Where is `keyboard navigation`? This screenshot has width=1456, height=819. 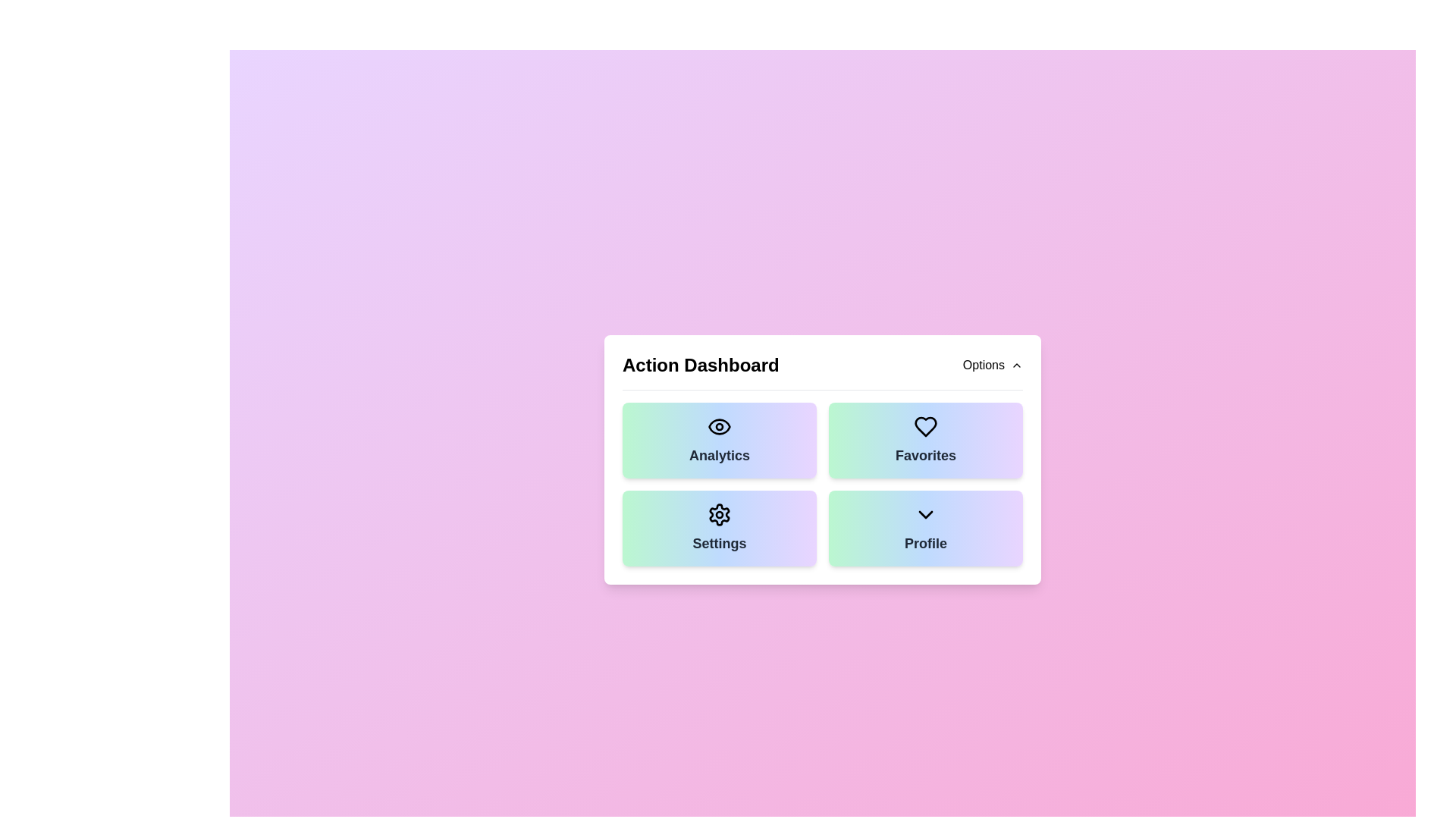
keyboard navigation is located at coordinates (719, 426).